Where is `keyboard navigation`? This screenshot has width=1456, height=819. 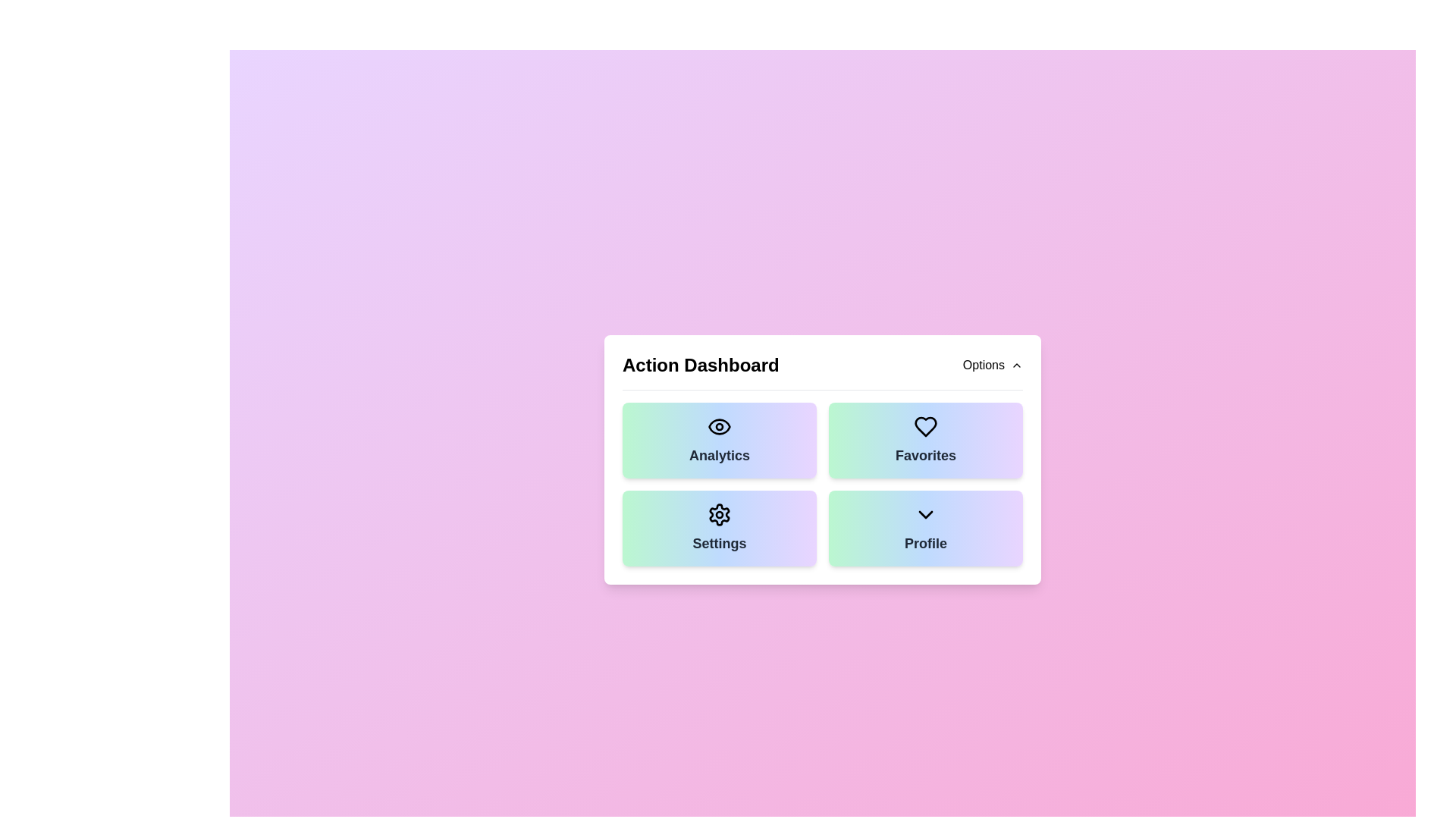
keyboard navigation is located at coordinates (719, 426).